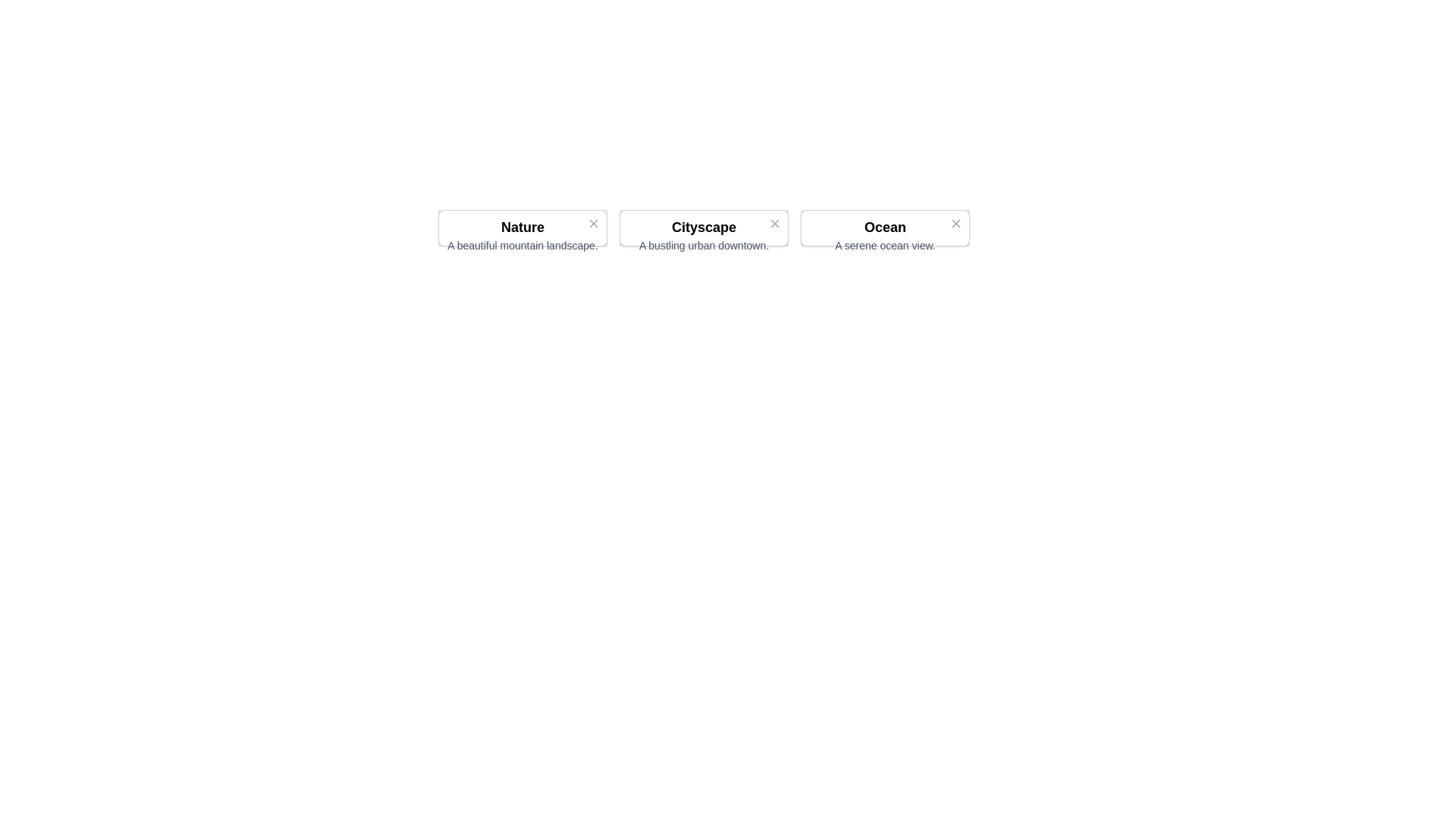  What do you see at coordinates (955, 223) in the screenshot?
I see `the close button located at the top-right corner of the 'Ocean' box` at bounding box center [955, 223].